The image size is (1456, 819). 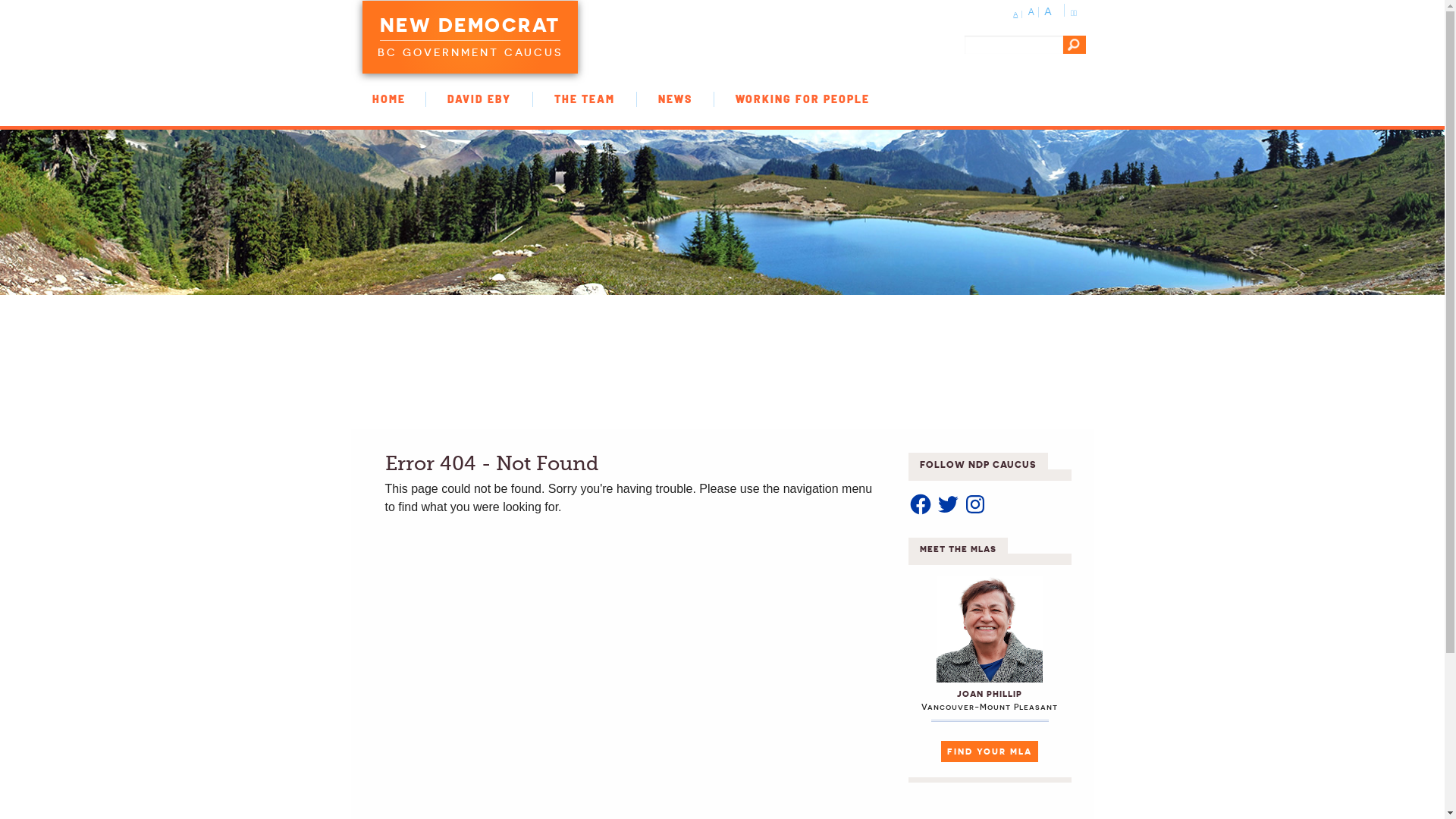 What do you see at coordinates (940, 752) in the screenshot?
I see `'FIND YOUR MLA'` at bounding box center [940, 752].